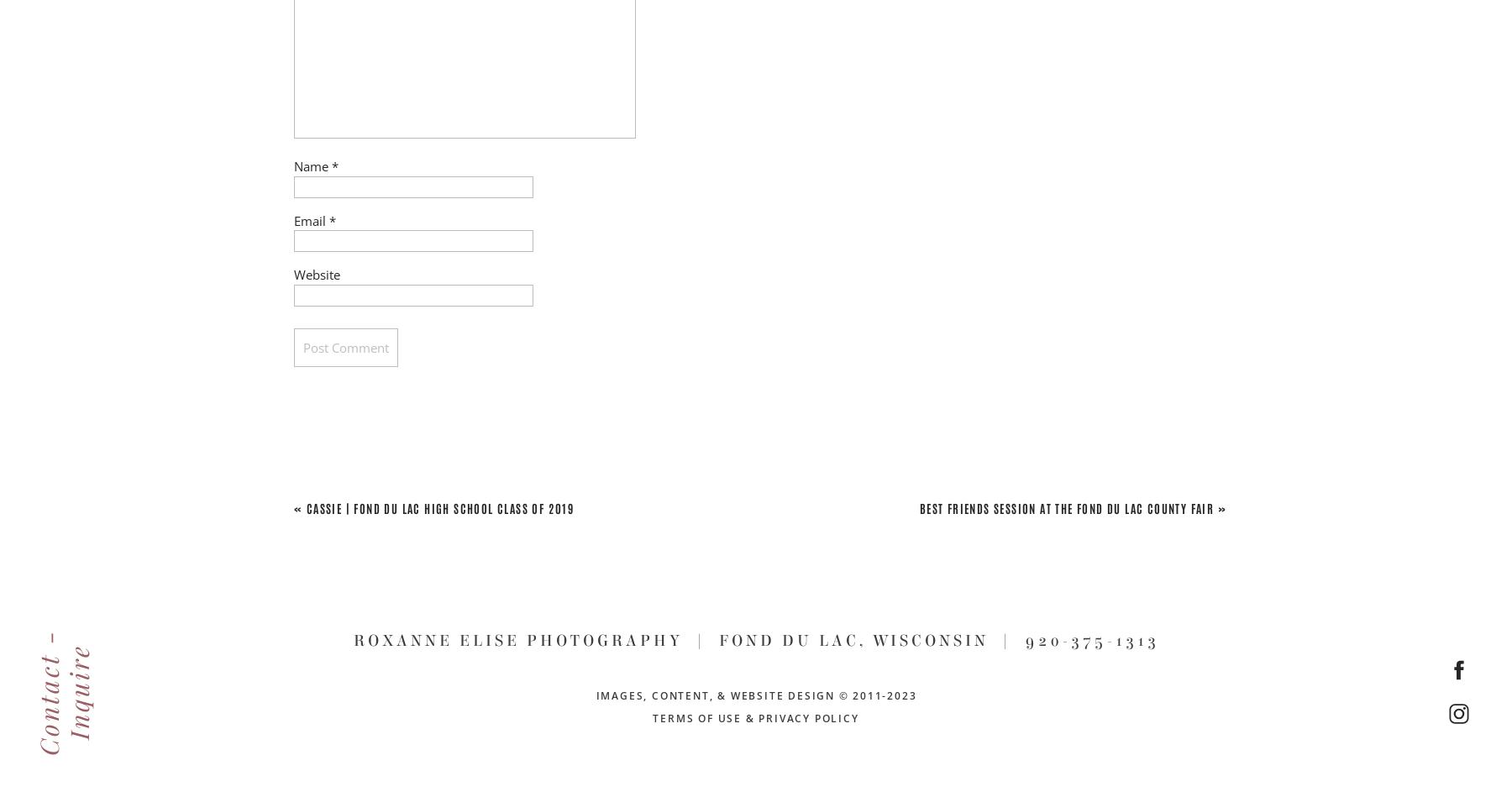 Image resolution: width=1512 pixels, height=797 pixels. Describe the element at coordinates (756, 695) in the screenshot. I see `'Images, content, & website design © 2011-2023'` at that location.